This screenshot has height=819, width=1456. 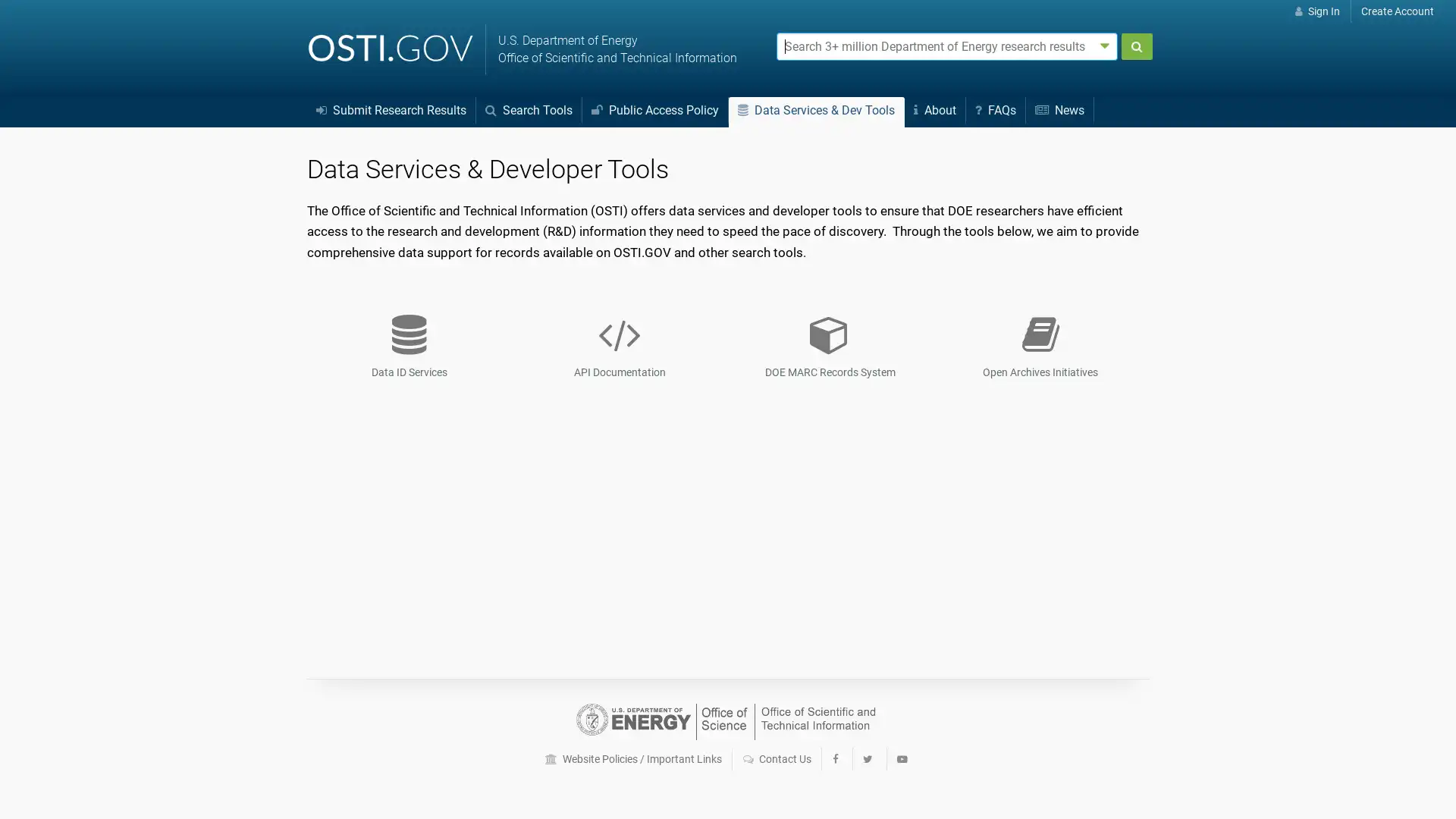 I want to click on Submit, so click(x=1136, y=45).